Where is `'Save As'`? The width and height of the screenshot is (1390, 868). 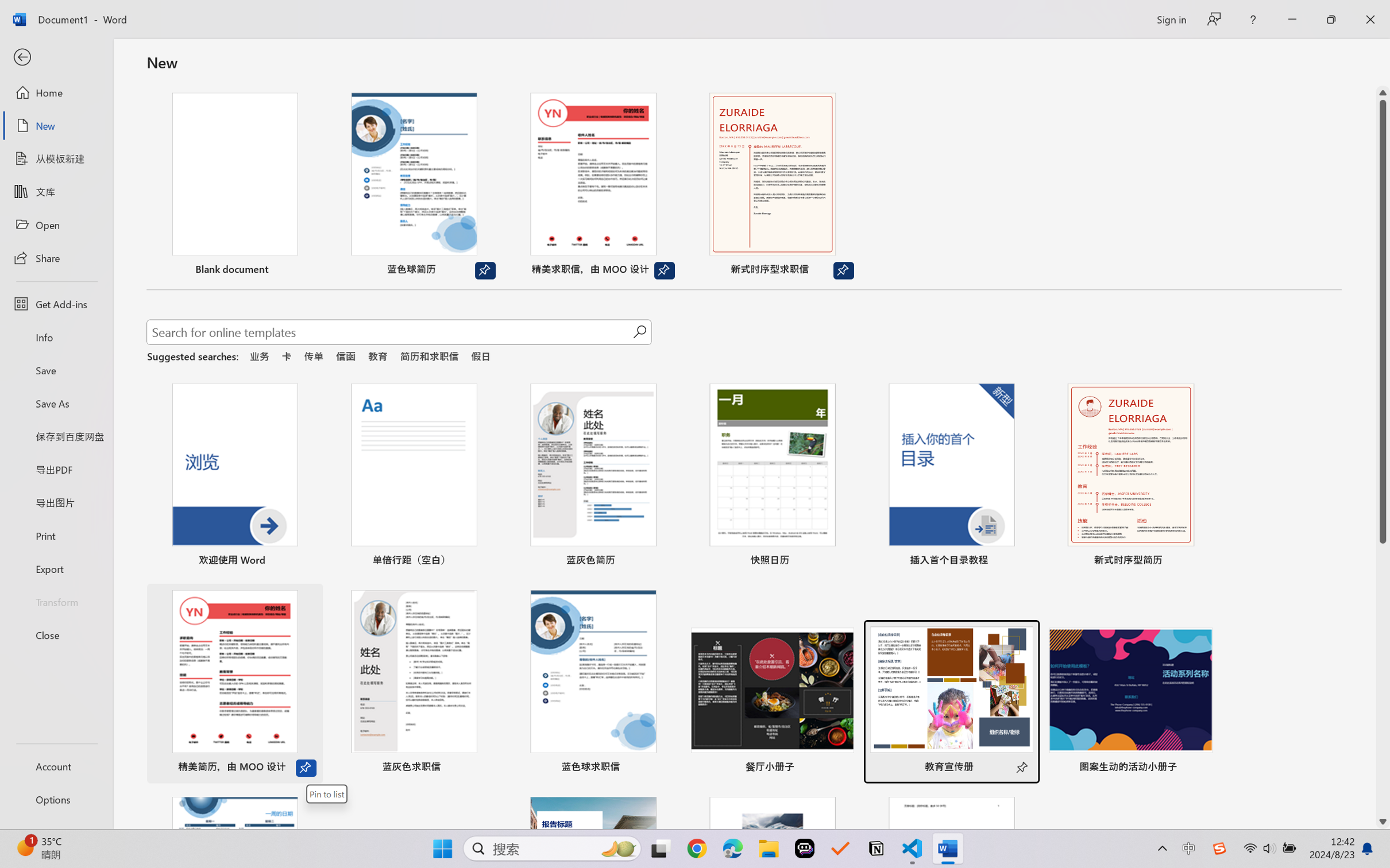
'Save As' is located at coordinates (56, 403).